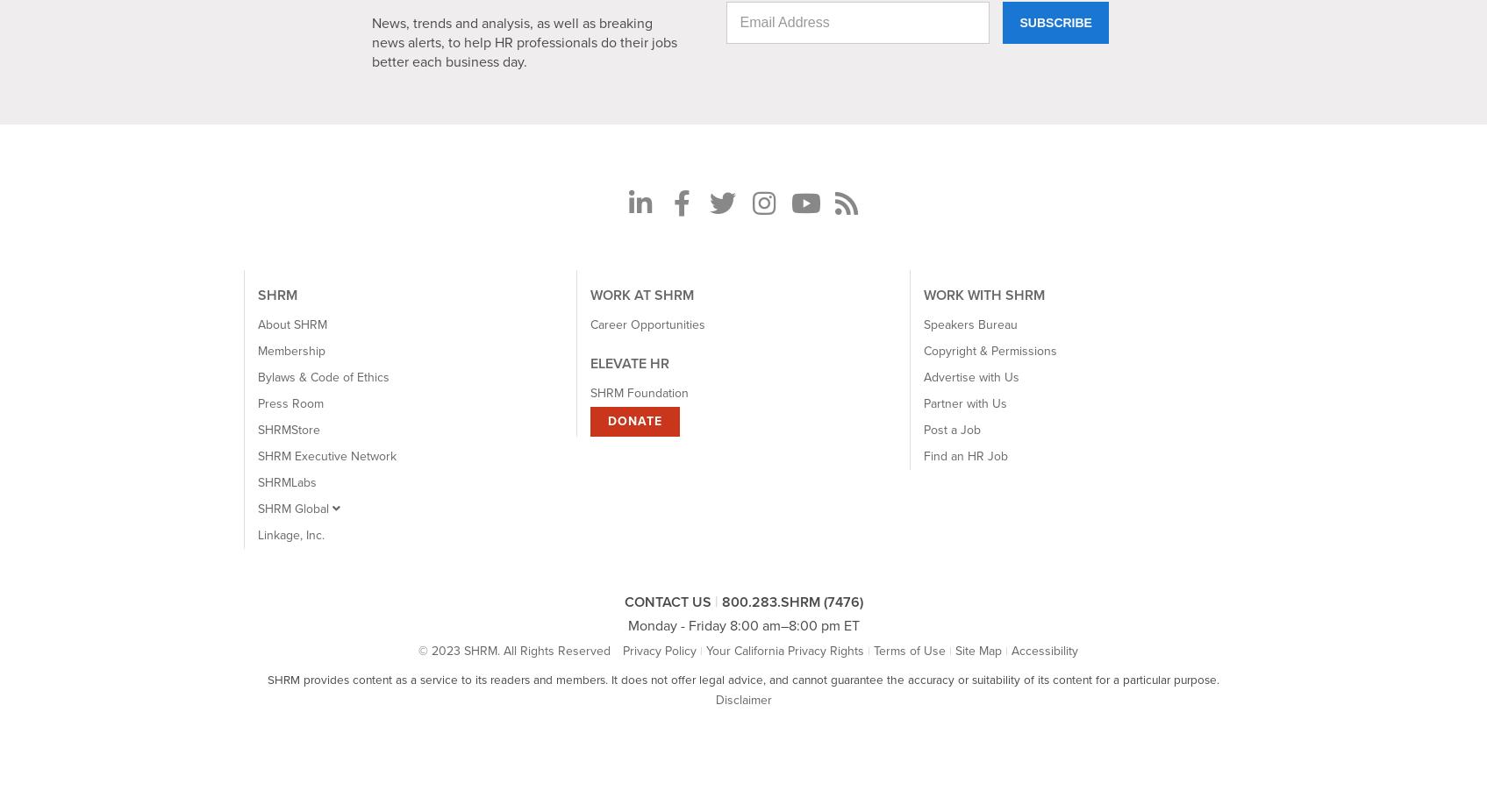 This screenshot has height=812, width=1487. I want to click on 'Partner with Us', so click(965, 402).